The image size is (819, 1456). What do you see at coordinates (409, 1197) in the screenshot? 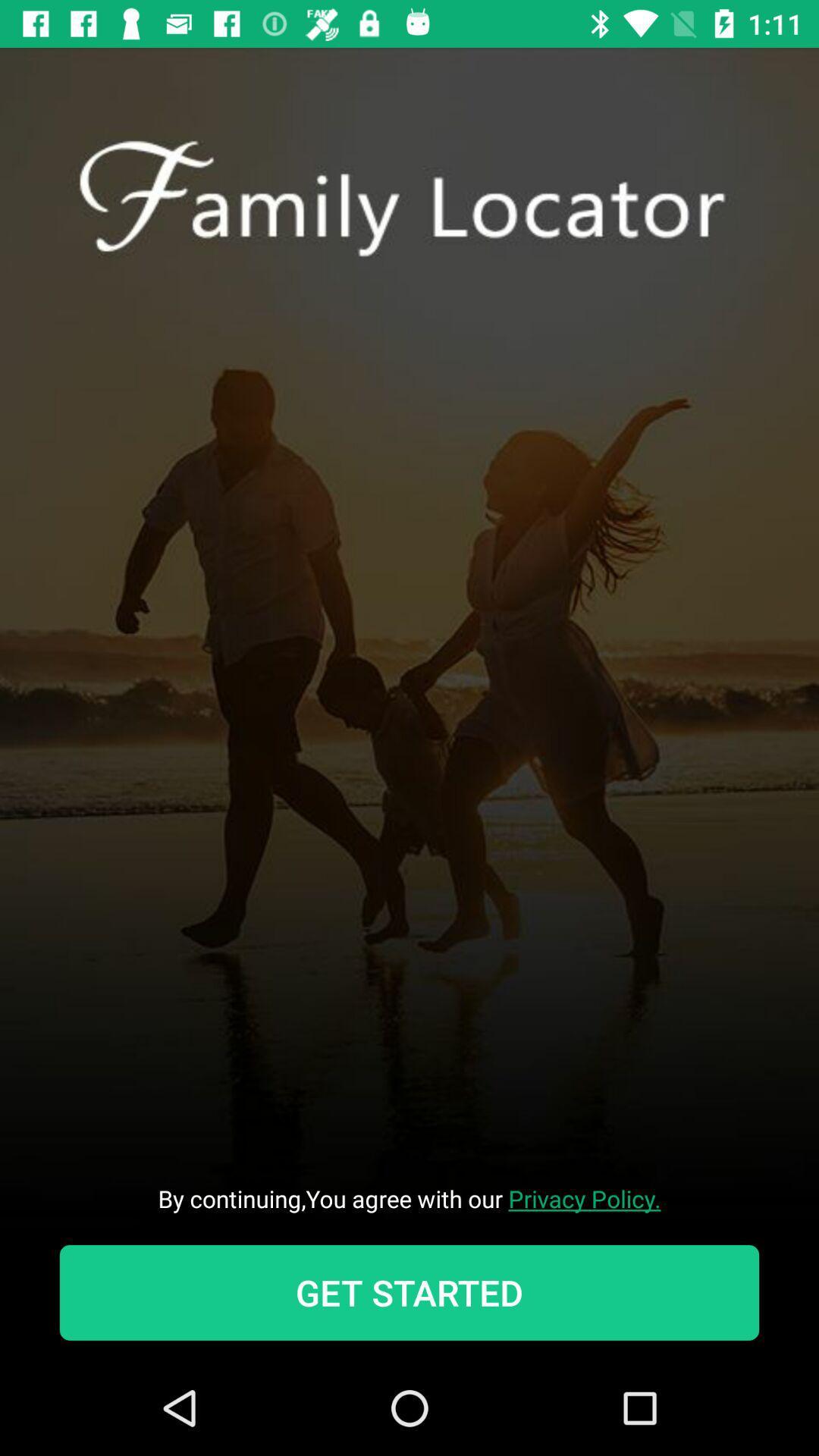
I see `item above get started icon` at bounding box center [409, 1197].